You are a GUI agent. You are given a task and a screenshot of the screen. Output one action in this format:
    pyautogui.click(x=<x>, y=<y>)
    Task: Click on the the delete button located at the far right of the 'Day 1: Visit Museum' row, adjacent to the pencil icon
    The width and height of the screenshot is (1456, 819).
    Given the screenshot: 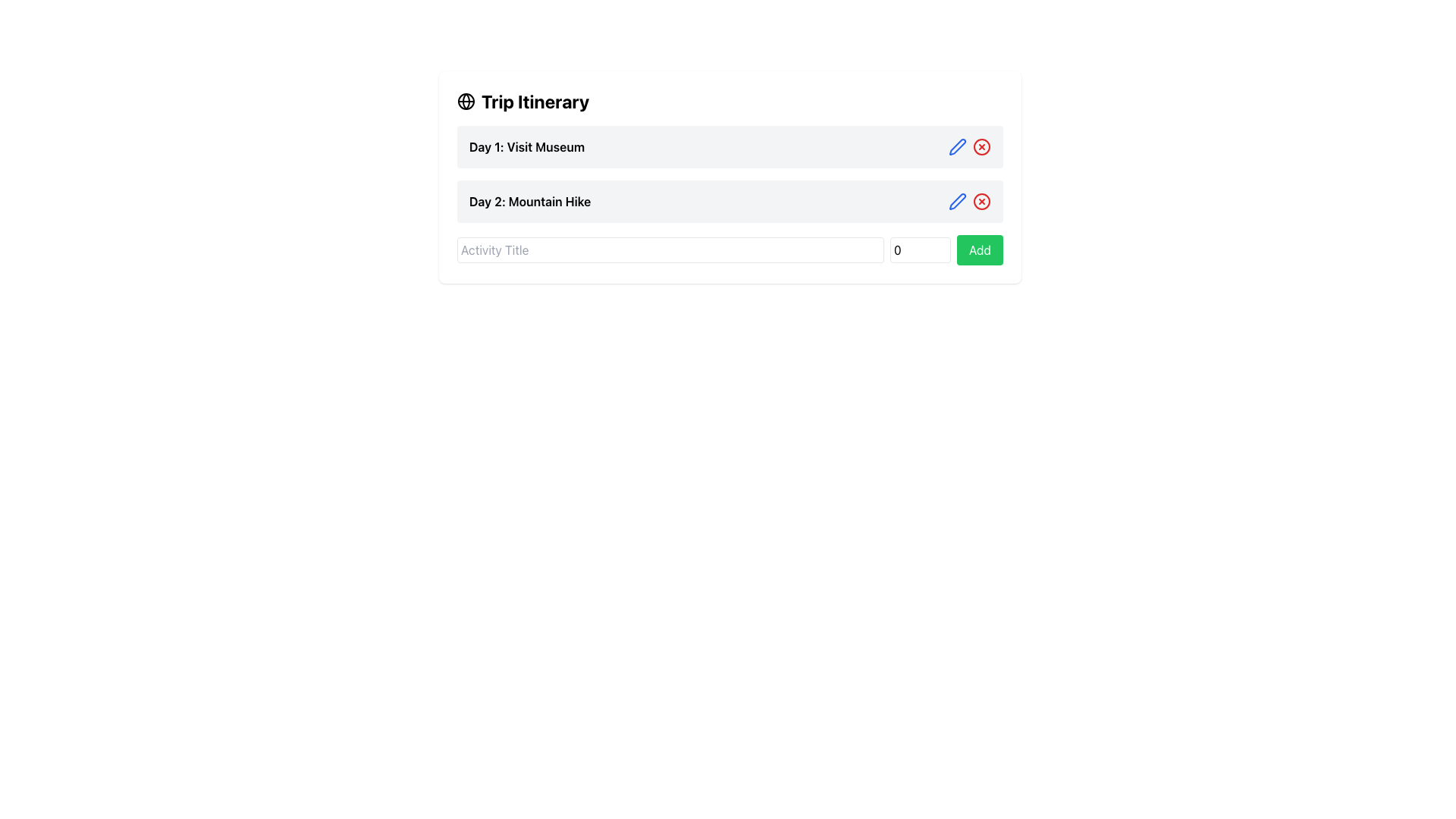 What is the action you would take?
    pyautogui.click(x=982, y=146)
    